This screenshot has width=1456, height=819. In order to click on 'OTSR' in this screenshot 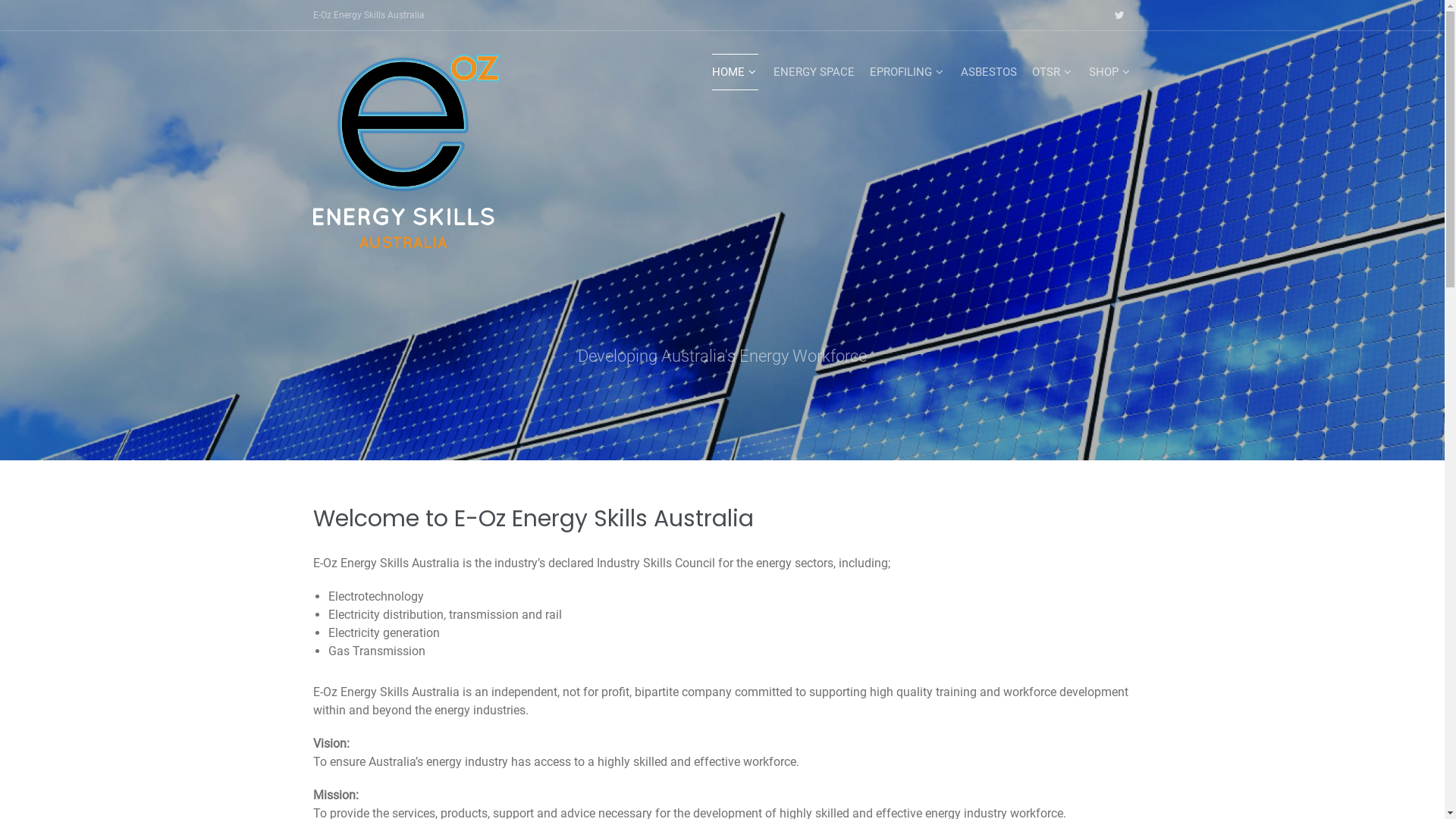, I will do `click(1051, 72)`.